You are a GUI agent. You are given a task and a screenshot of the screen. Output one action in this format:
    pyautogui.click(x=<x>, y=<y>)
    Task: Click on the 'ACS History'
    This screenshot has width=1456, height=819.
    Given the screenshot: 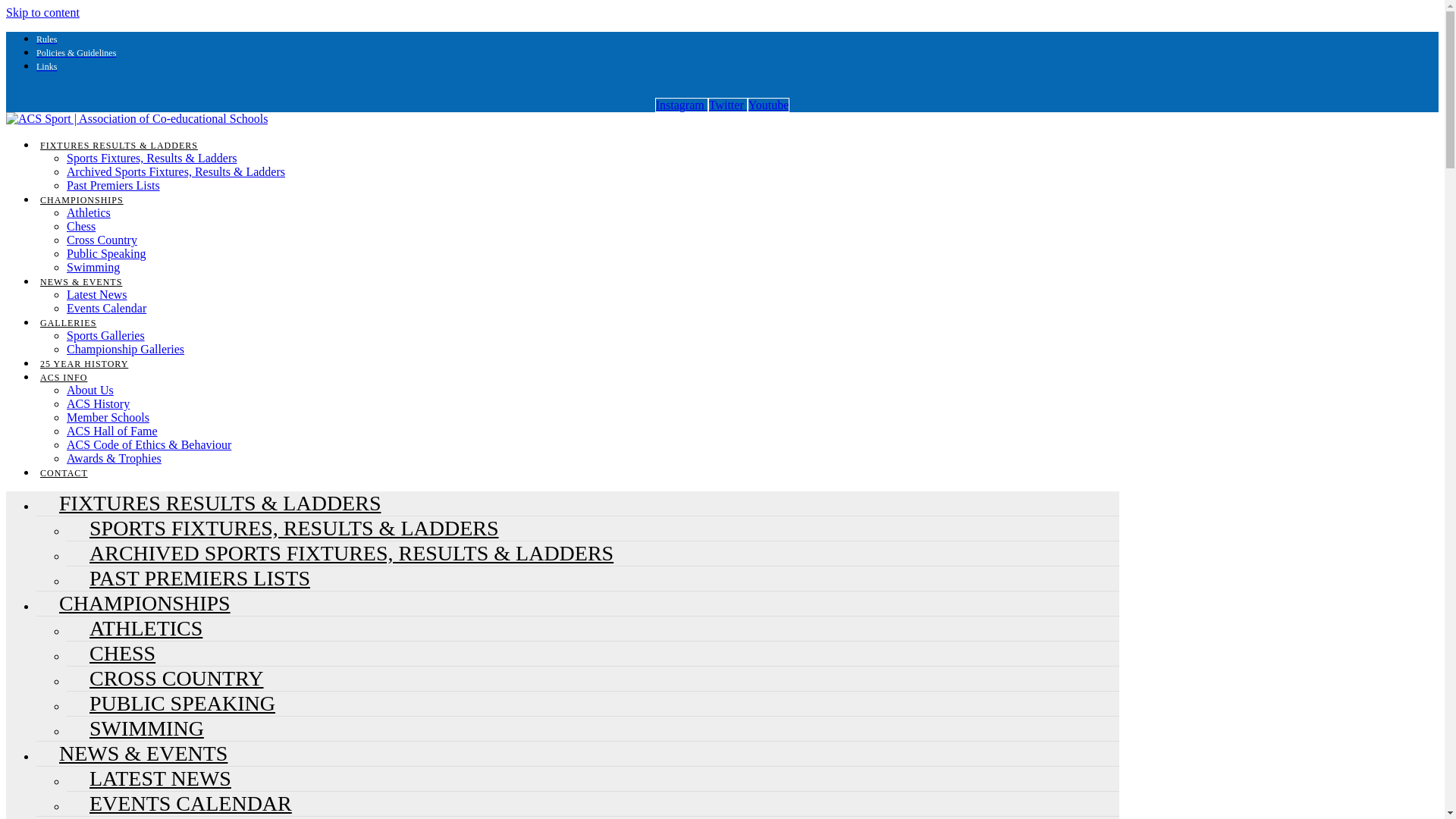 What is the action you would take?
    pyautogui.click(x=97, y=403)
    